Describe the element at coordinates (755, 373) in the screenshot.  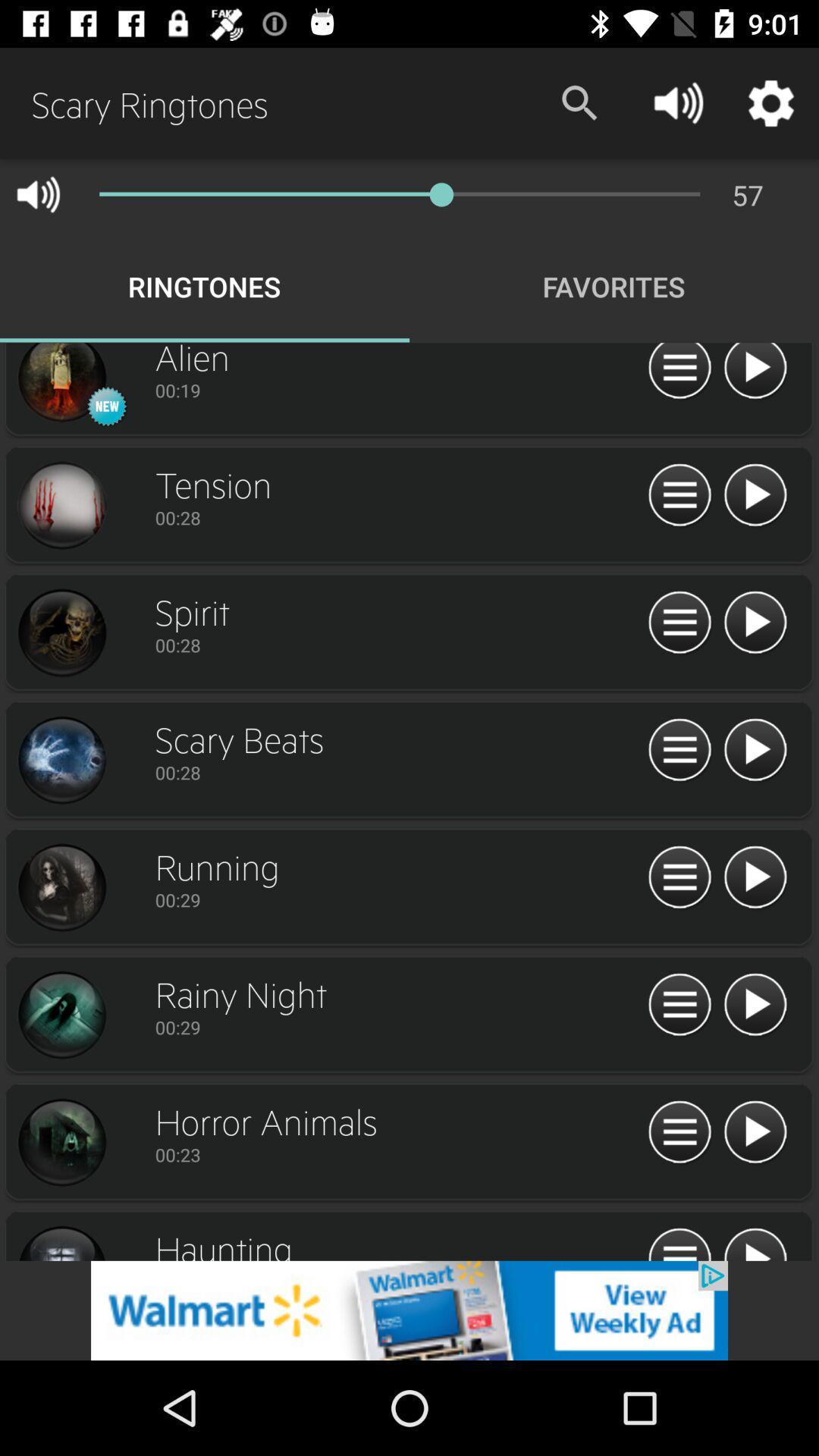
I see `alien` at that location.